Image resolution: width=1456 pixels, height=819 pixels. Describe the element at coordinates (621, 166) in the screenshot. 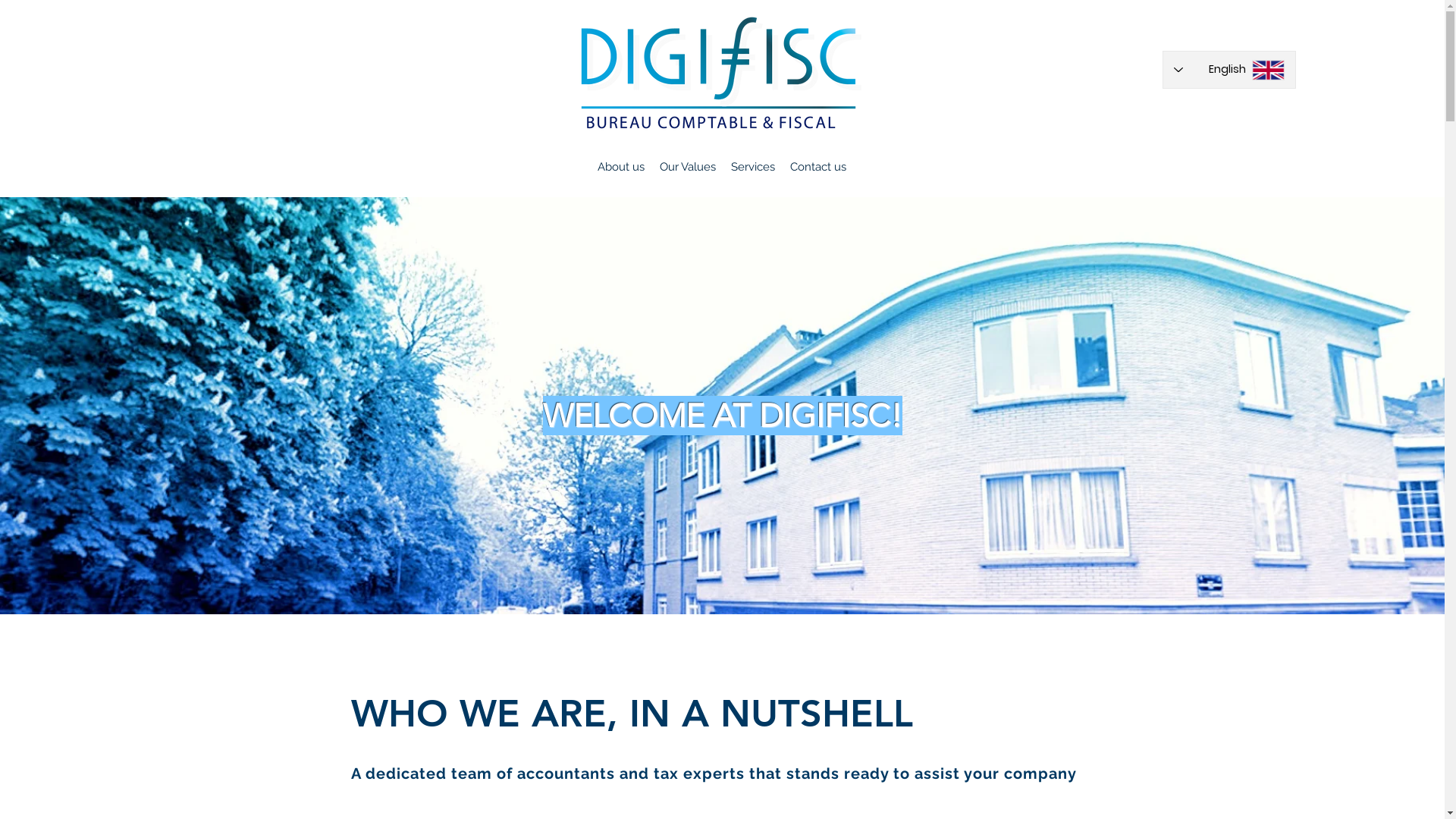

I see `'About us'` at that location.